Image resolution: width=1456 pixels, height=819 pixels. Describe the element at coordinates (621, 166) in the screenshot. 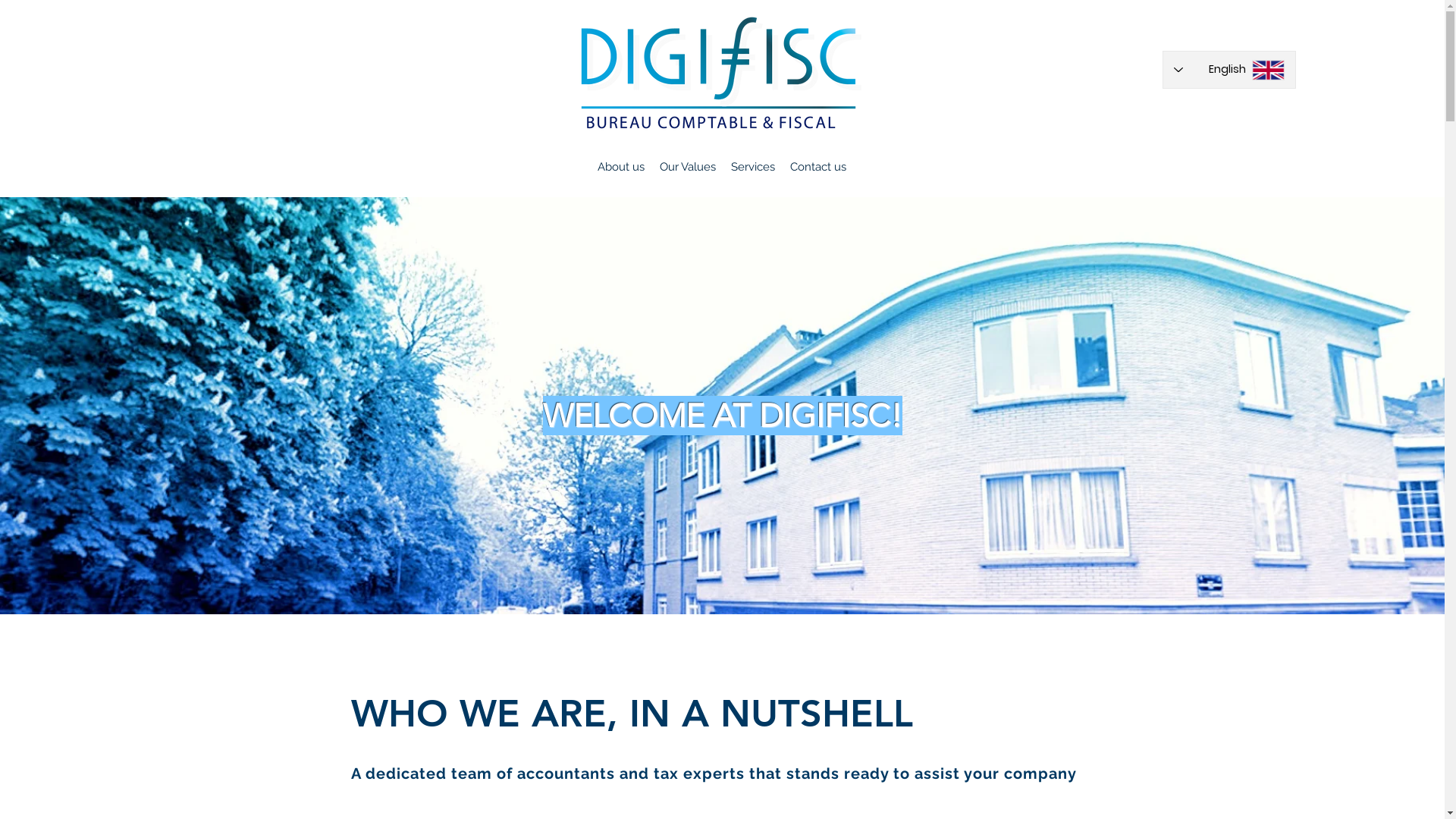

I see `'About us'` at that location.